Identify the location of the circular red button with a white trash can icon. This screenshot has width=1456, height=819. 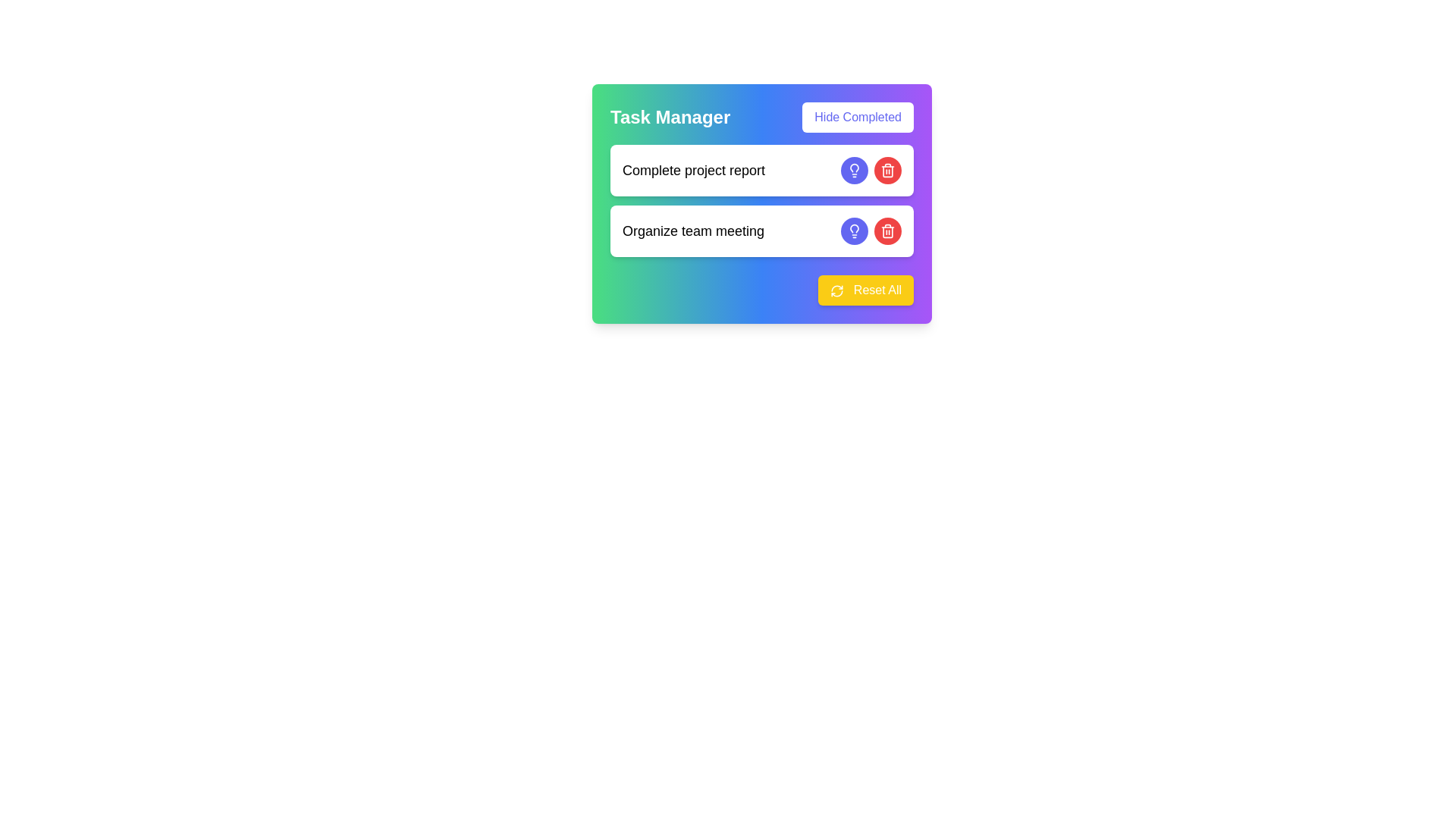
(888, 170).